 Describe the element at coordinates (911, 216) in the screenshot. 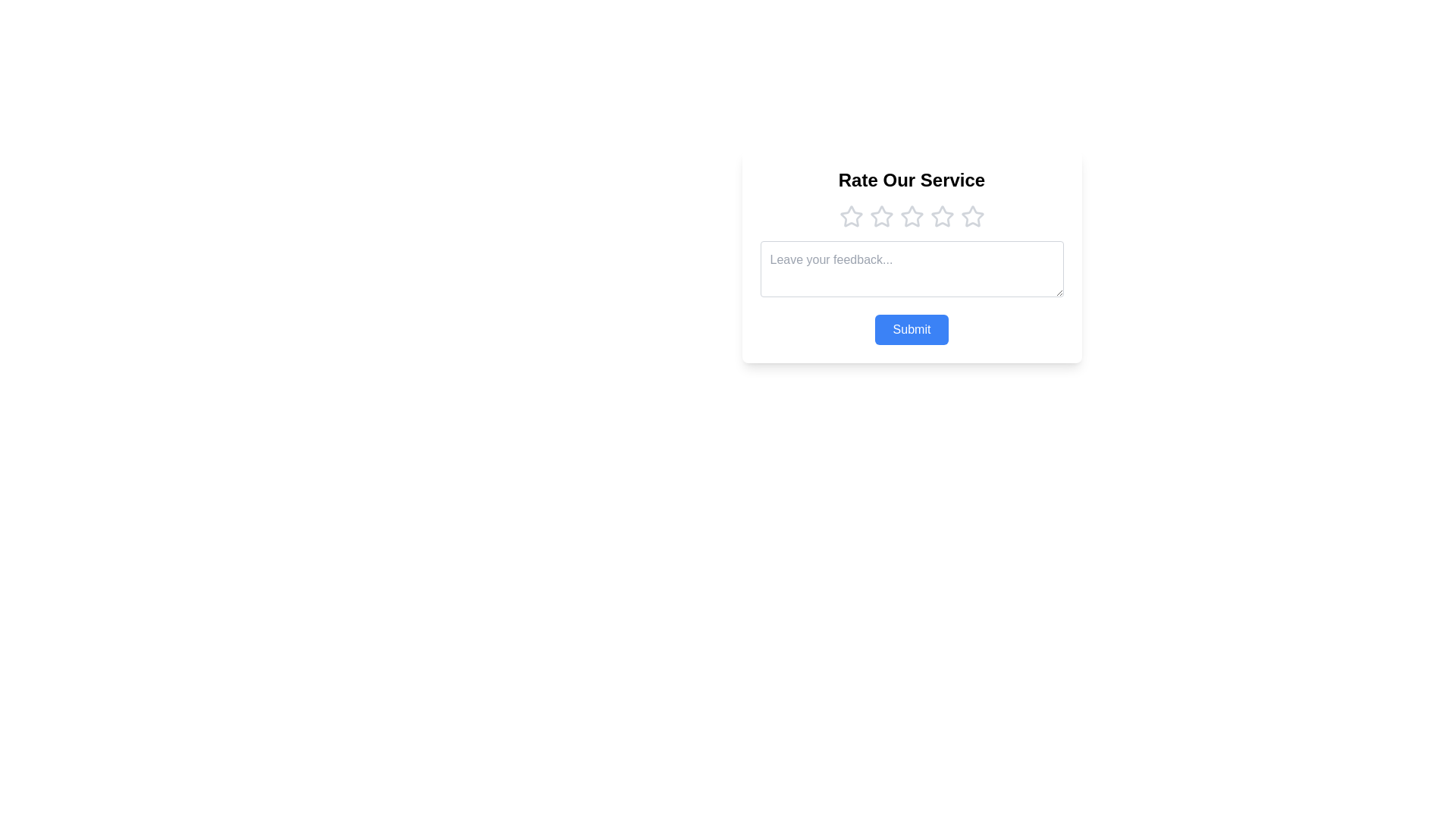

I see `the Row of interactive icons` at that location.